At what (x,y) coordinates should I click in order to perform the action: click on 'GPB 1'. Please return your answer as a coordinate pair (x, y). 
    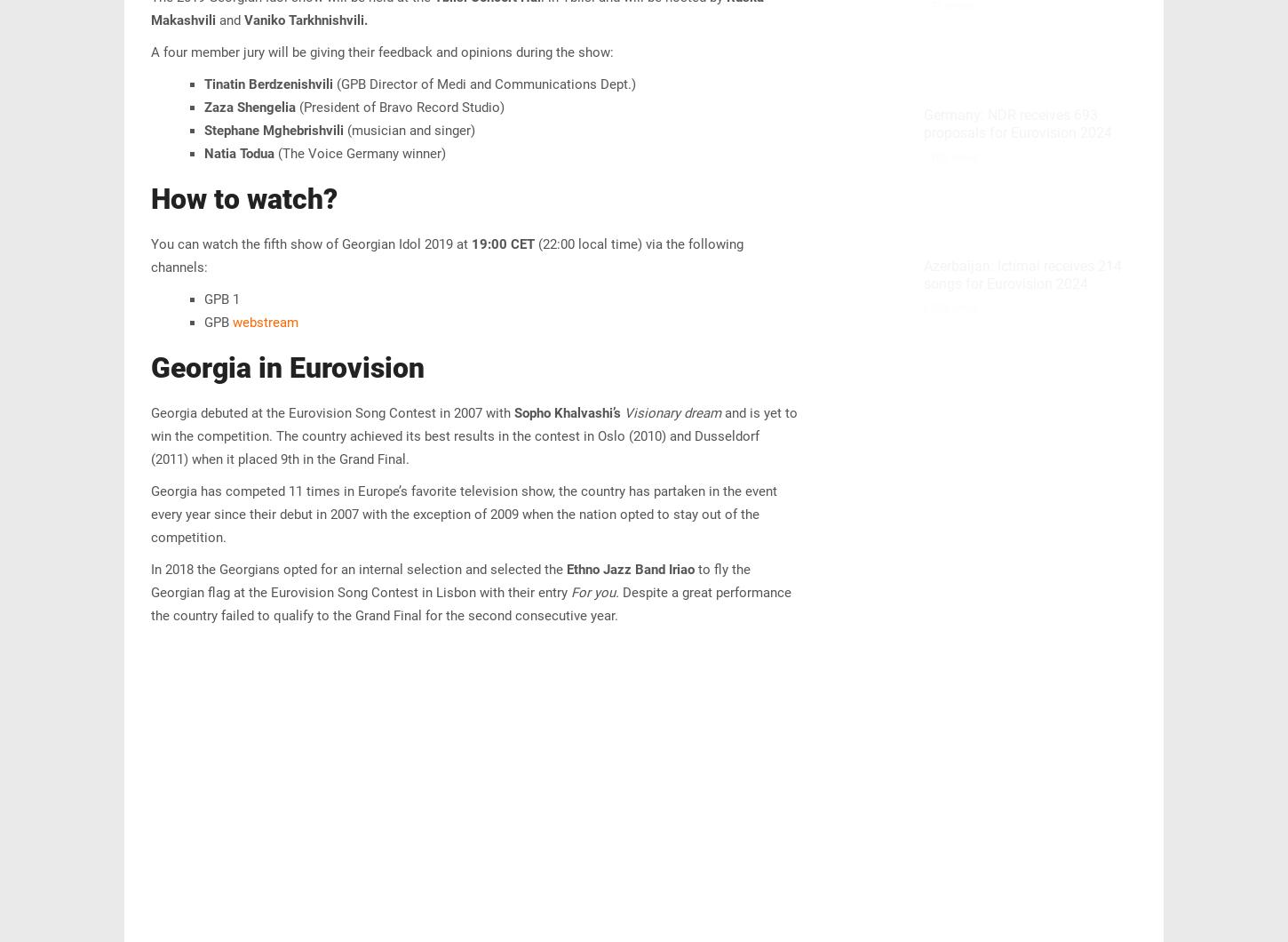
    Looking at the image, I should click on (221, 299).